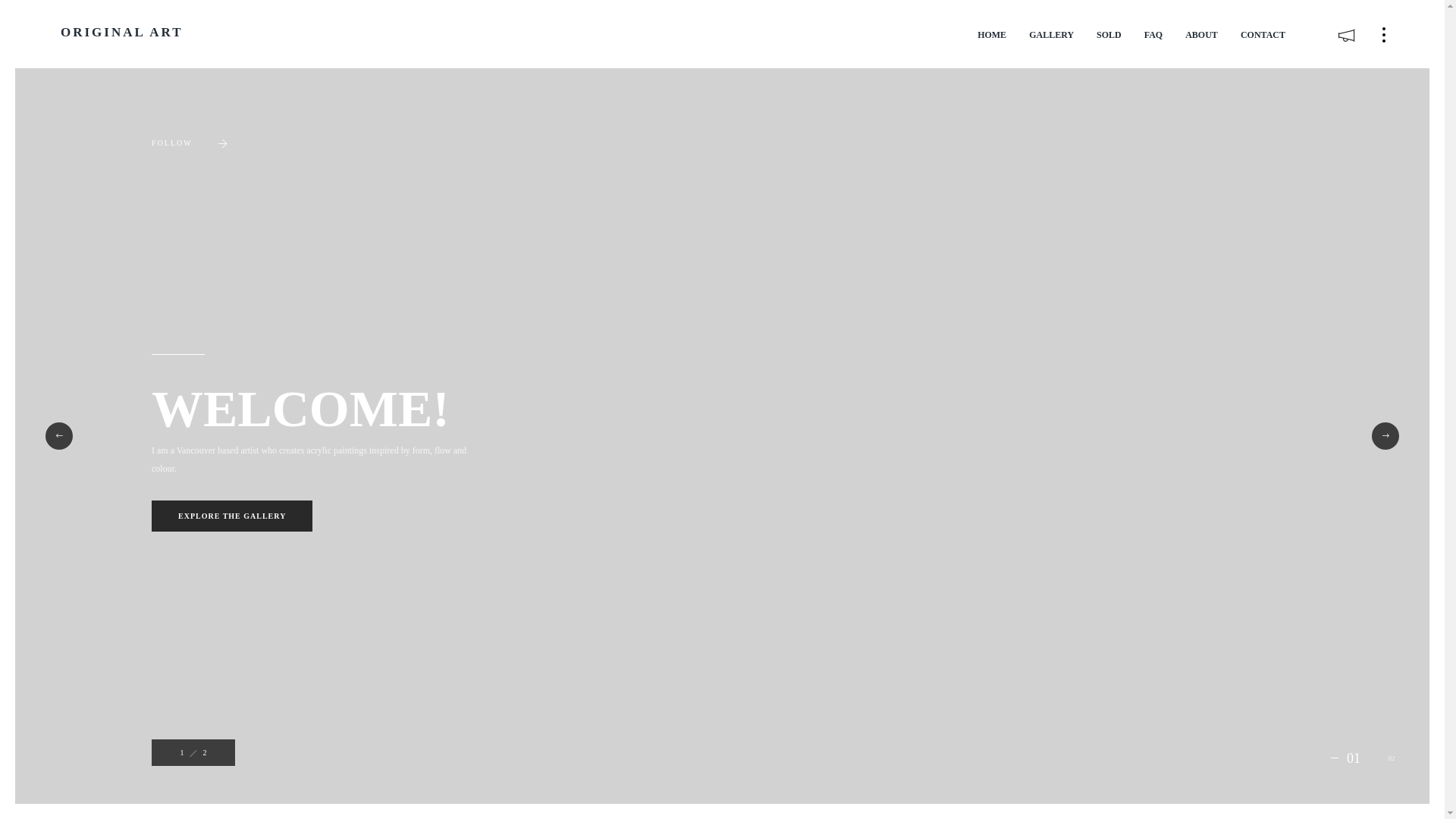 This screenshot has height=819, width=1456. I want to click on 'FAQ', so click(1153, 34).